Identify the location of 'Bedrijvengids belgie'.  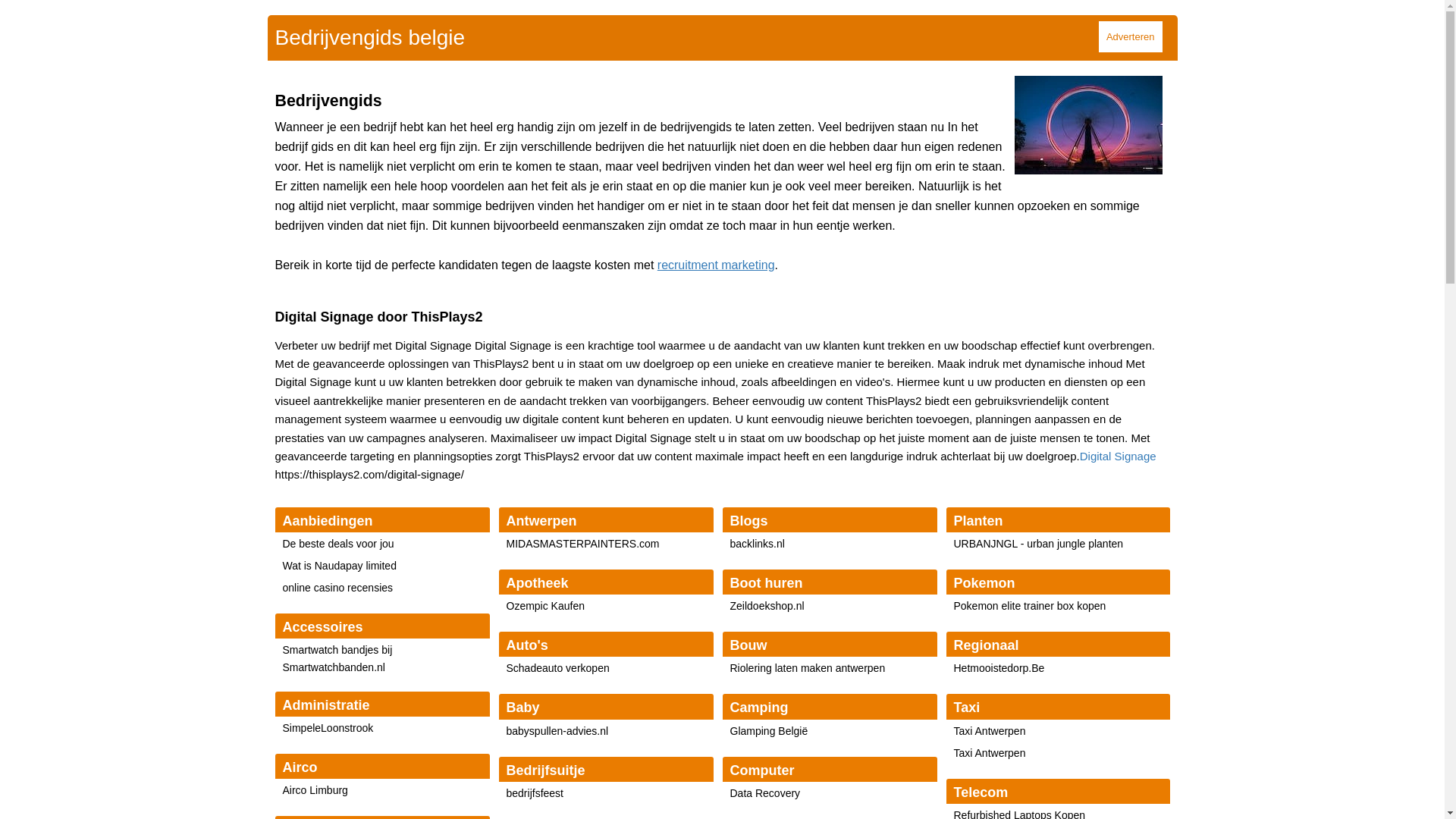
(274, 36).